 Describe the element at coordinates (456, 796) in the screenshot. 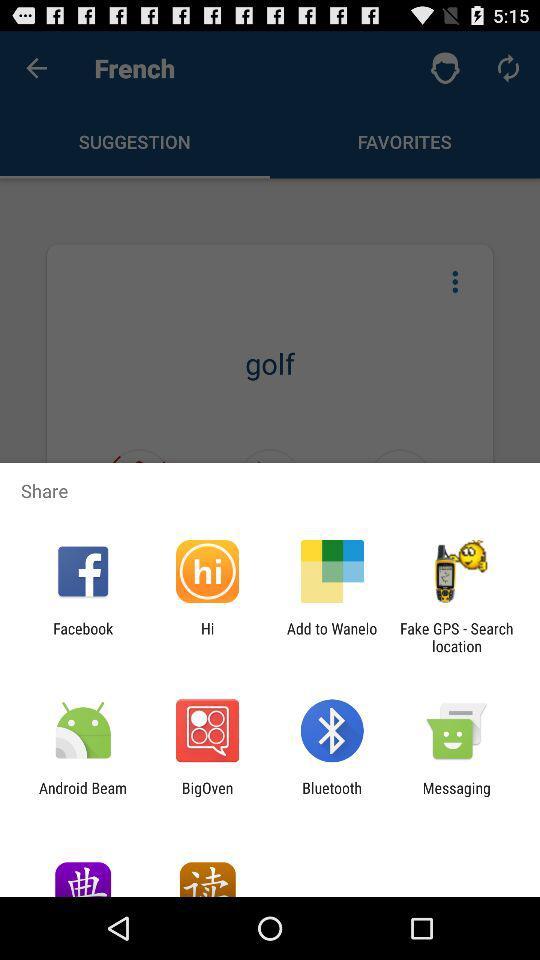

I see `the item next to the bluetooth icon` at that location.